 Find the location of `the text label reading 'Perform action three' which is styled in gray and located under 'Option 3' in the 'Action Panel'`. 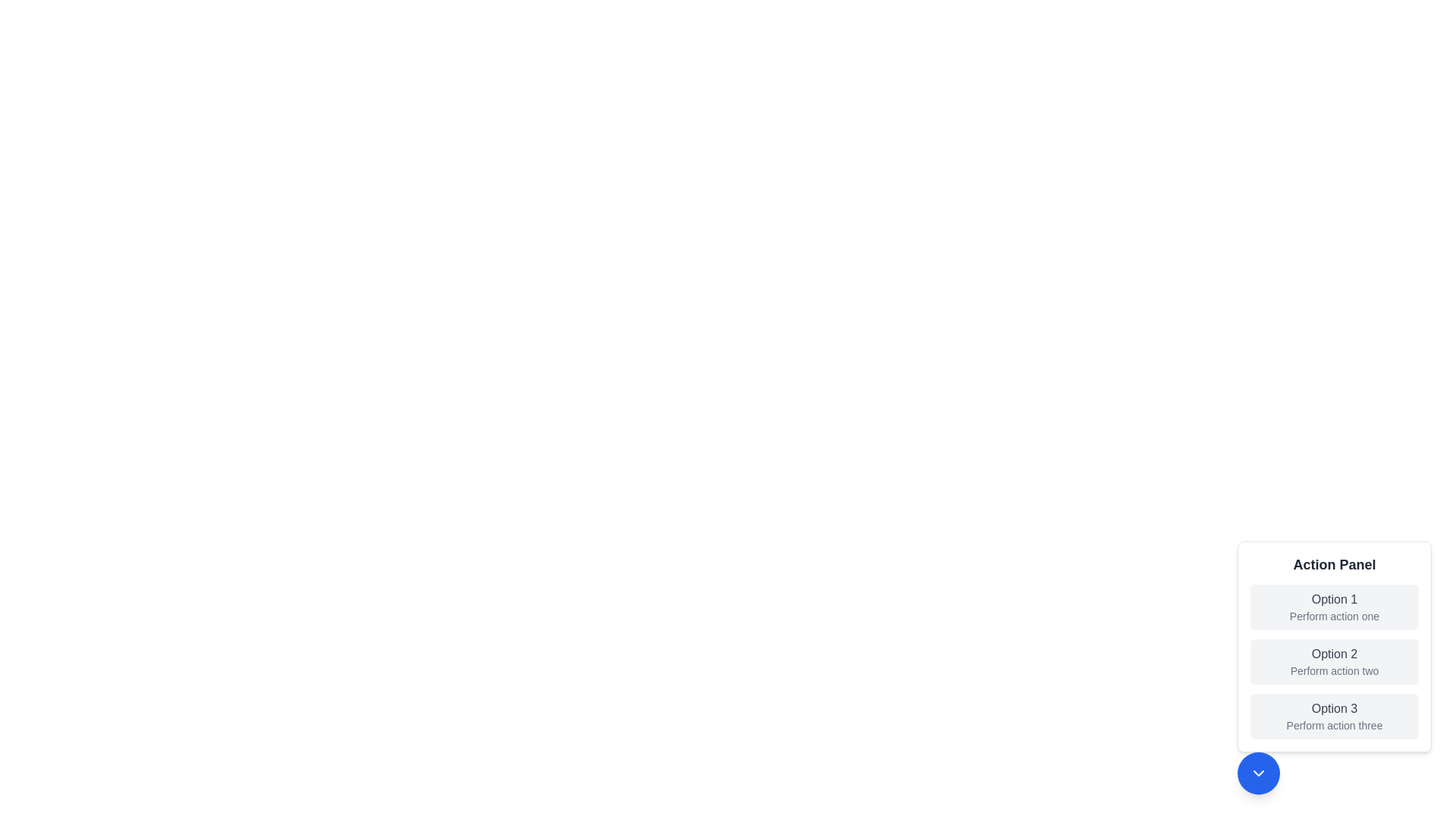

the text label reading 'Perform action three' which is styled in gray and located under 'Option 3' in the 'Action Panel' is located at coordinates (1335, 724).